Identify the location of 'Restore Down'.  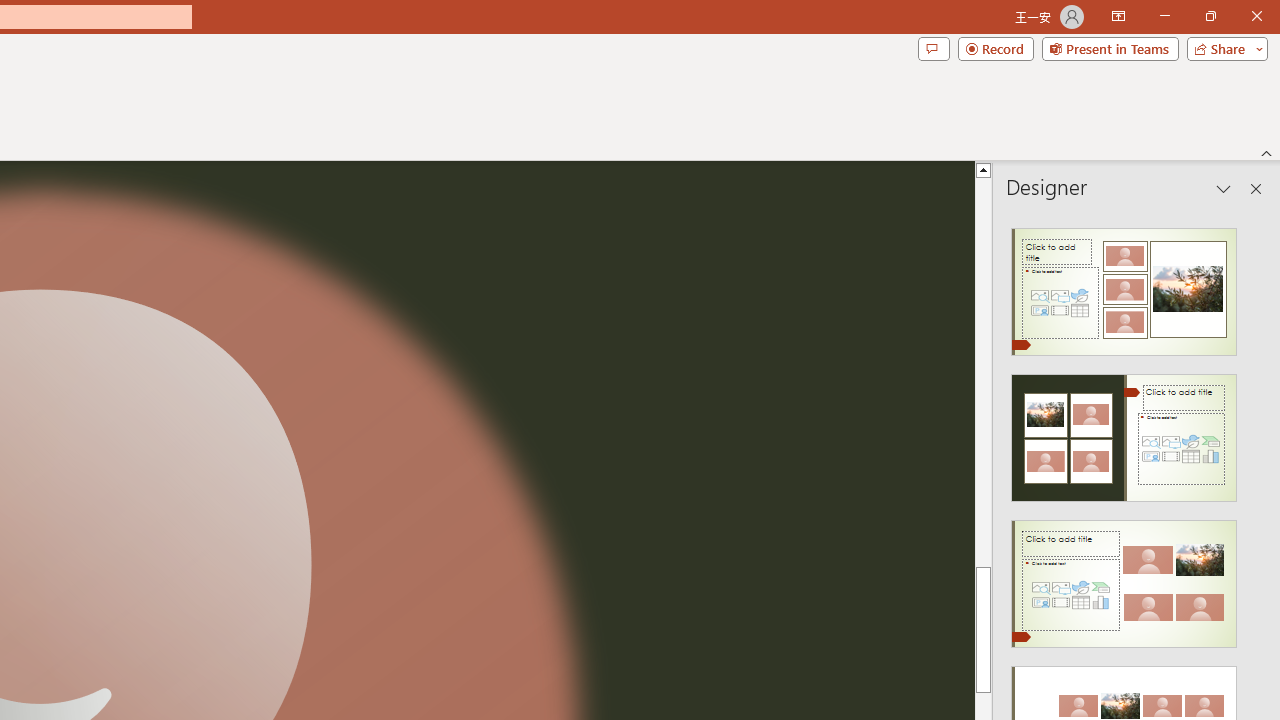
(1209, 16).